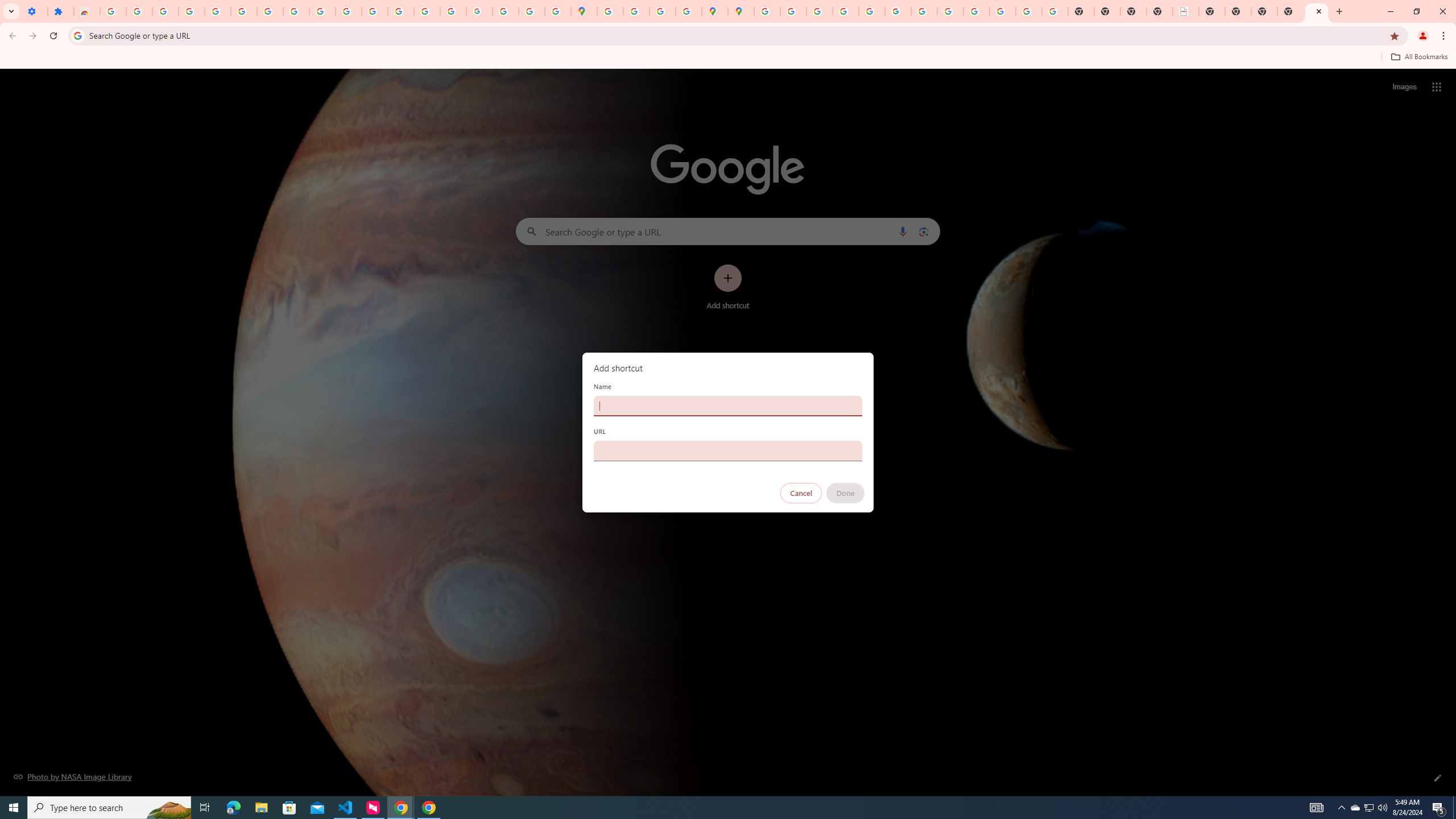 The height and width of the screenshot is (819, 1456). I want to click on 'Name', so click(728, 405).